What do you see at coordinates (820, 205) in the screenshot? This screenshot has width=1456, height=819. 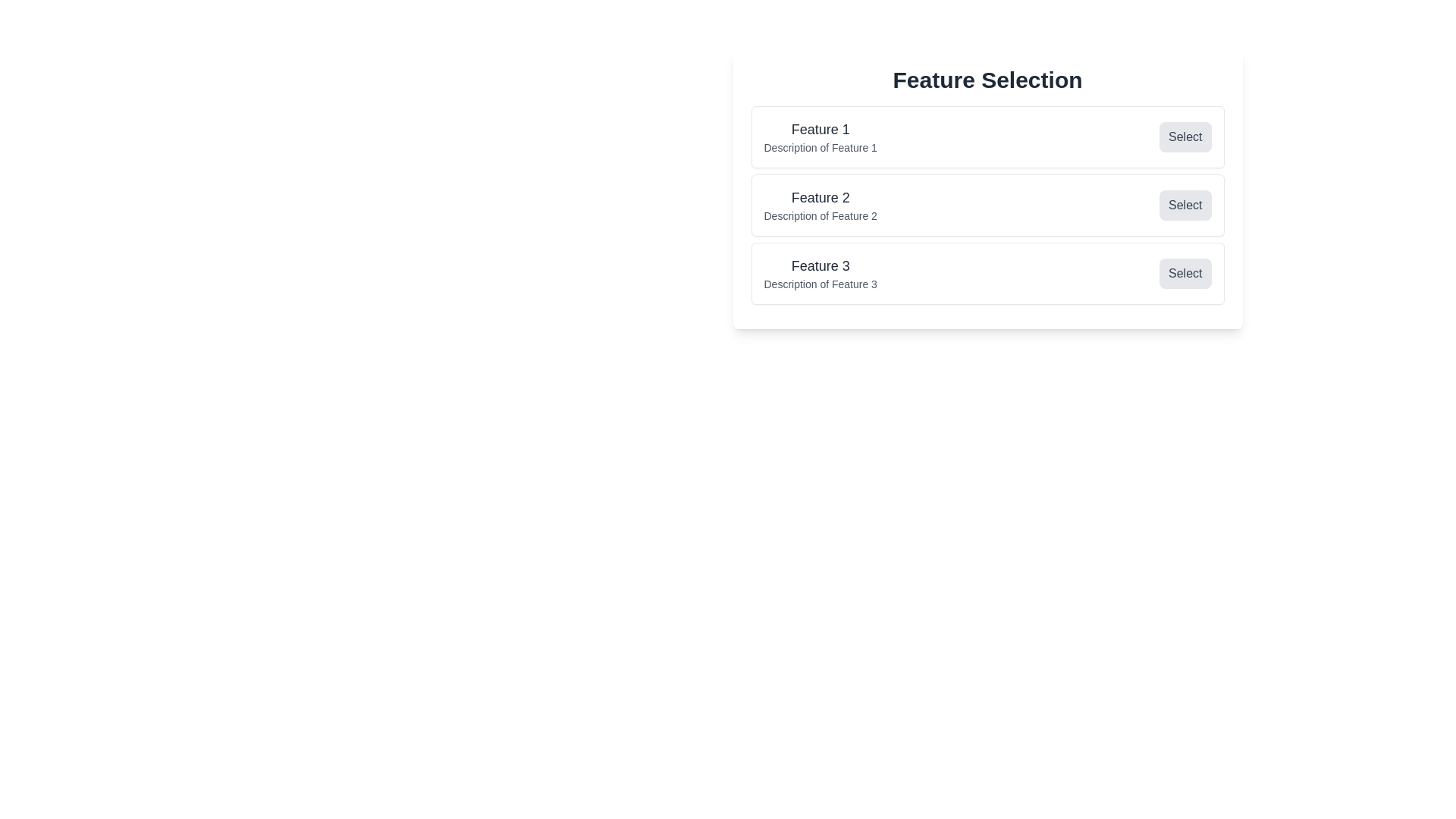 I see `the text label displaying 'Feature 2' with a description below it, which is located in the vertical list of options labeled 'Feature Selection'` at bounding box center [820, 205].